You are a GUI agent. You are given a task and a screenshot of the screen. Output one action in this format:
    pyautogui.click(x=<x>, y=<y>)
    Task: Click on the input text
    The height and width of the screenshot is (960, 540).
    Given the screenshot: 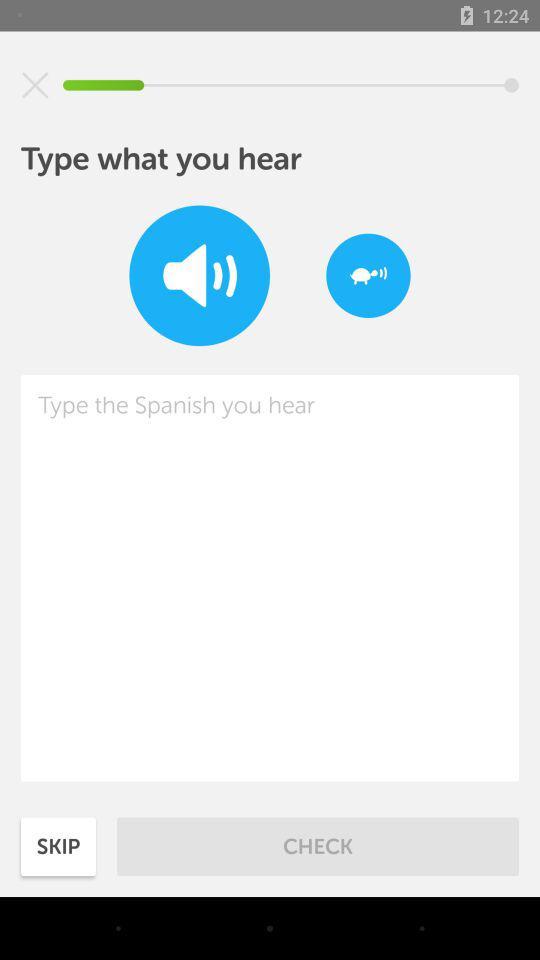 What is the action you would take?
    pyautogui.click(x=270, y=578)
    